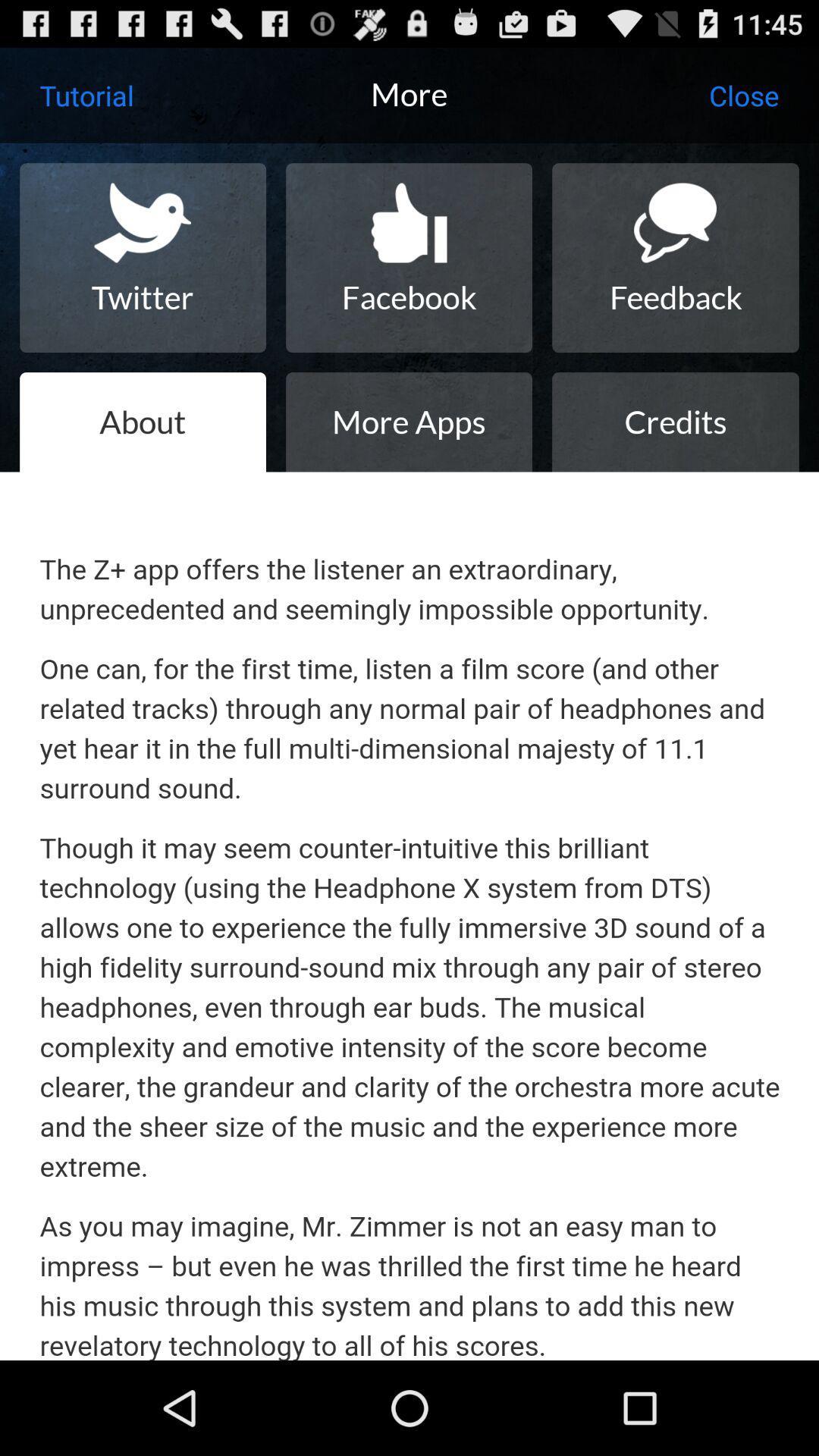  I want to click on icon next to facebook icon, so click(675, 258).